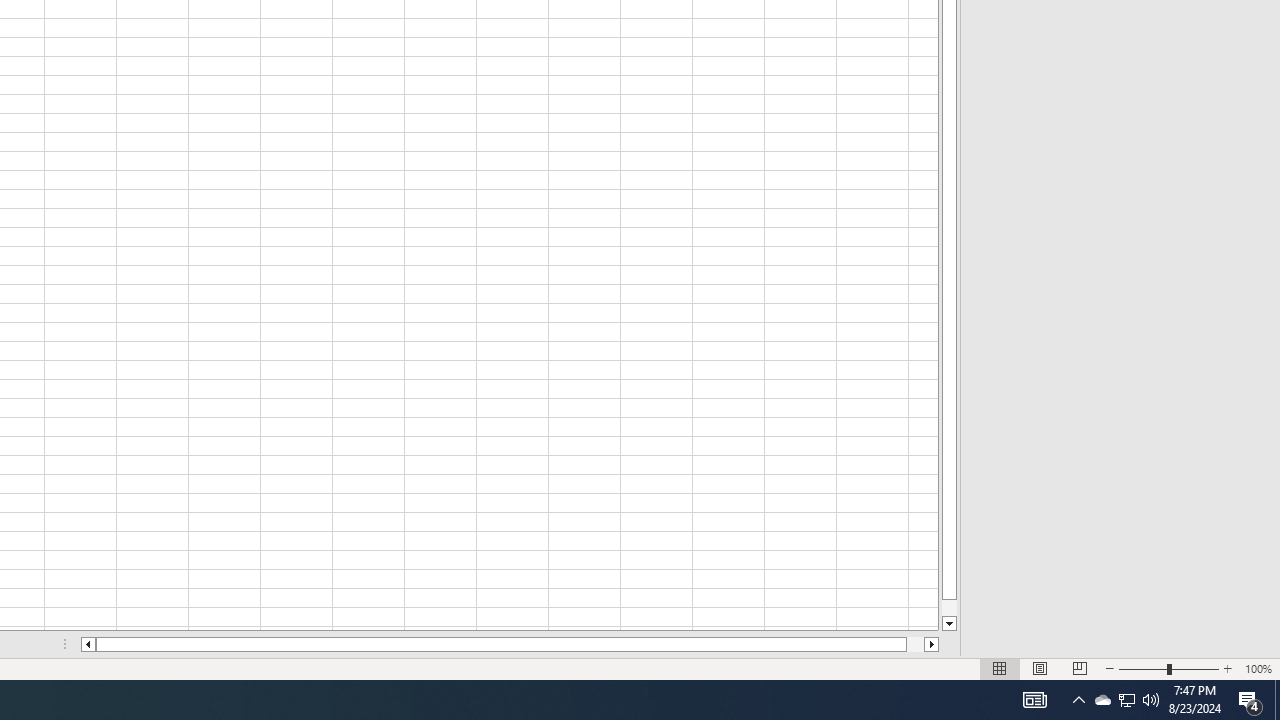 The height and width of the screenshot is (720, 1280). I want to click on 'Zoom Out', so click(1143, 669).